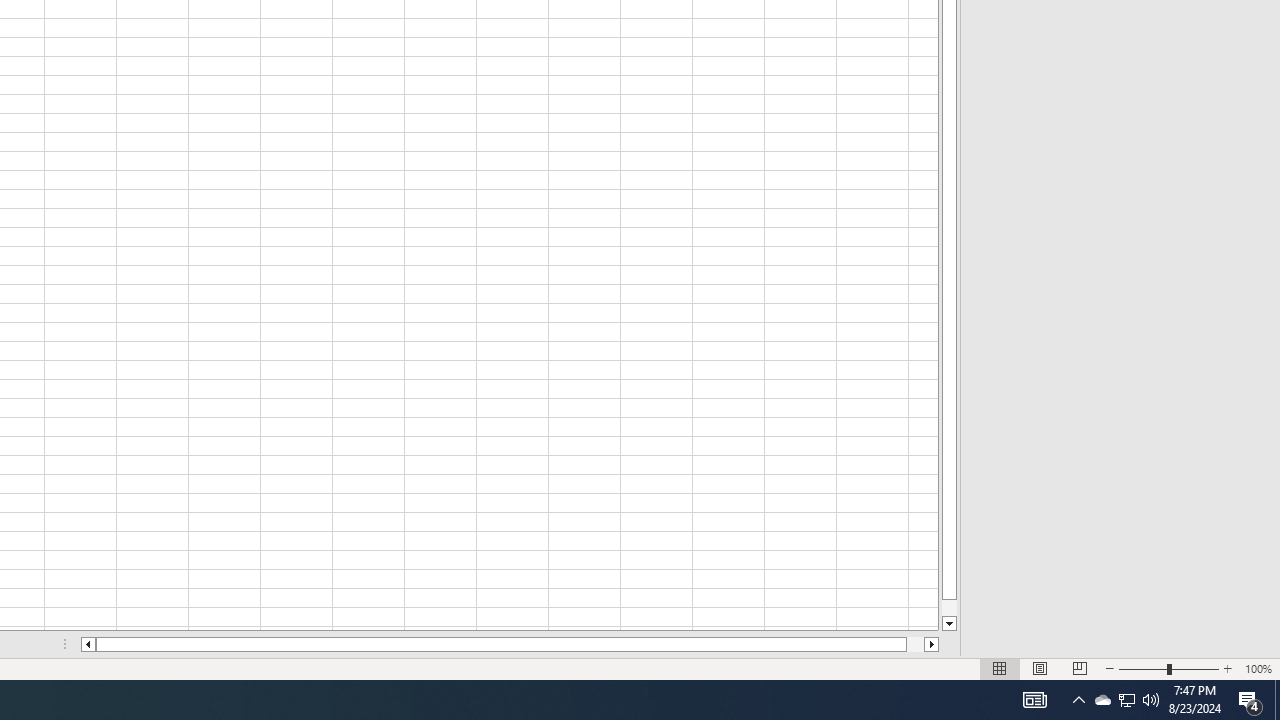 The height and width of the screenshot is (720, 1280). I want to click on 'Zoom Out', so click(1143, 669).